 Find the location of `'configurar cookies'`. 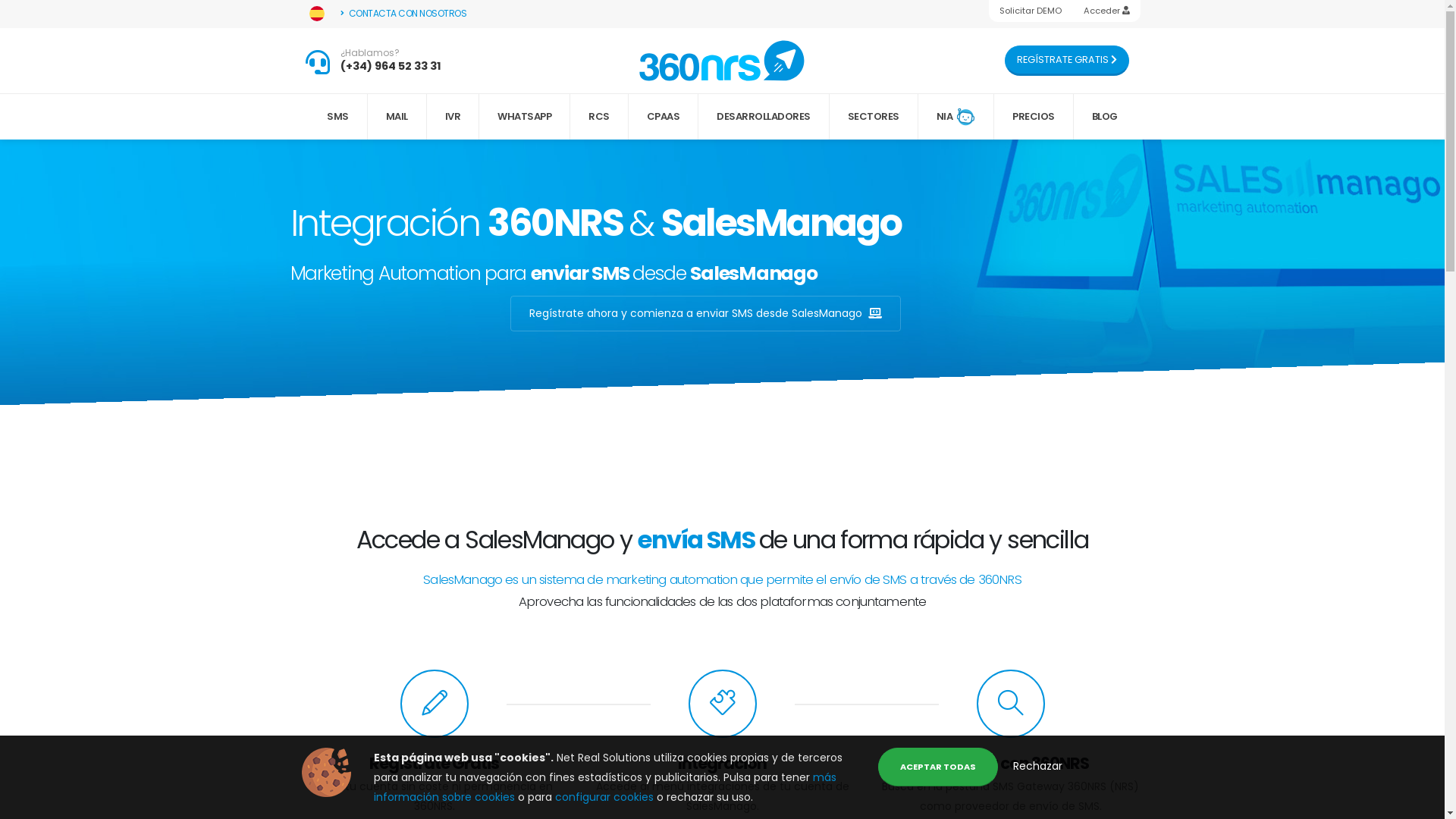

'configurar cookies' is located at coordinates (604, 795).